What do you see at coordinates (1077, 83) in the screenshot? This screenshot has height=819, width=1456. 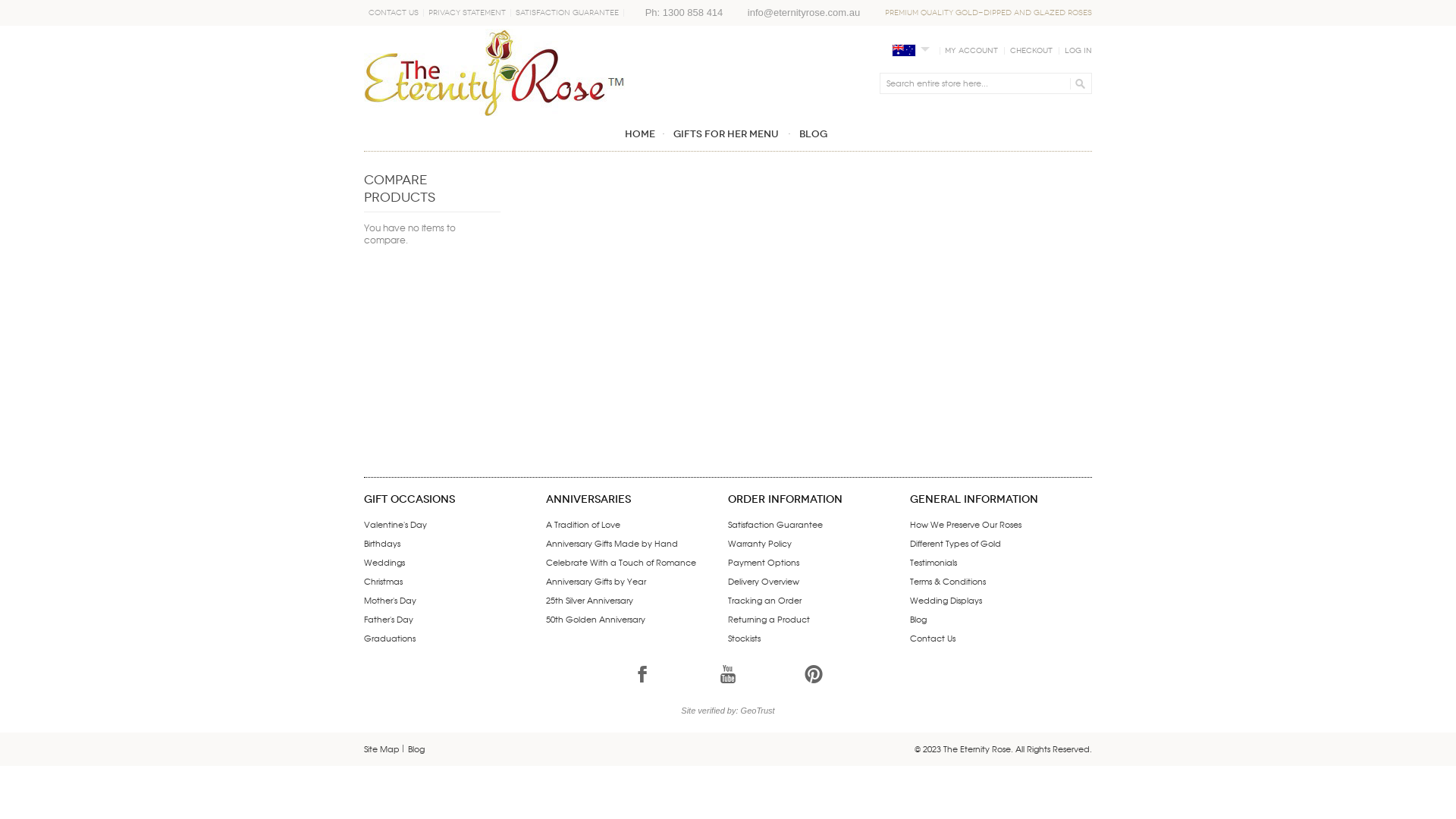 I see `'GO'` at bounding box center [1077, 83].